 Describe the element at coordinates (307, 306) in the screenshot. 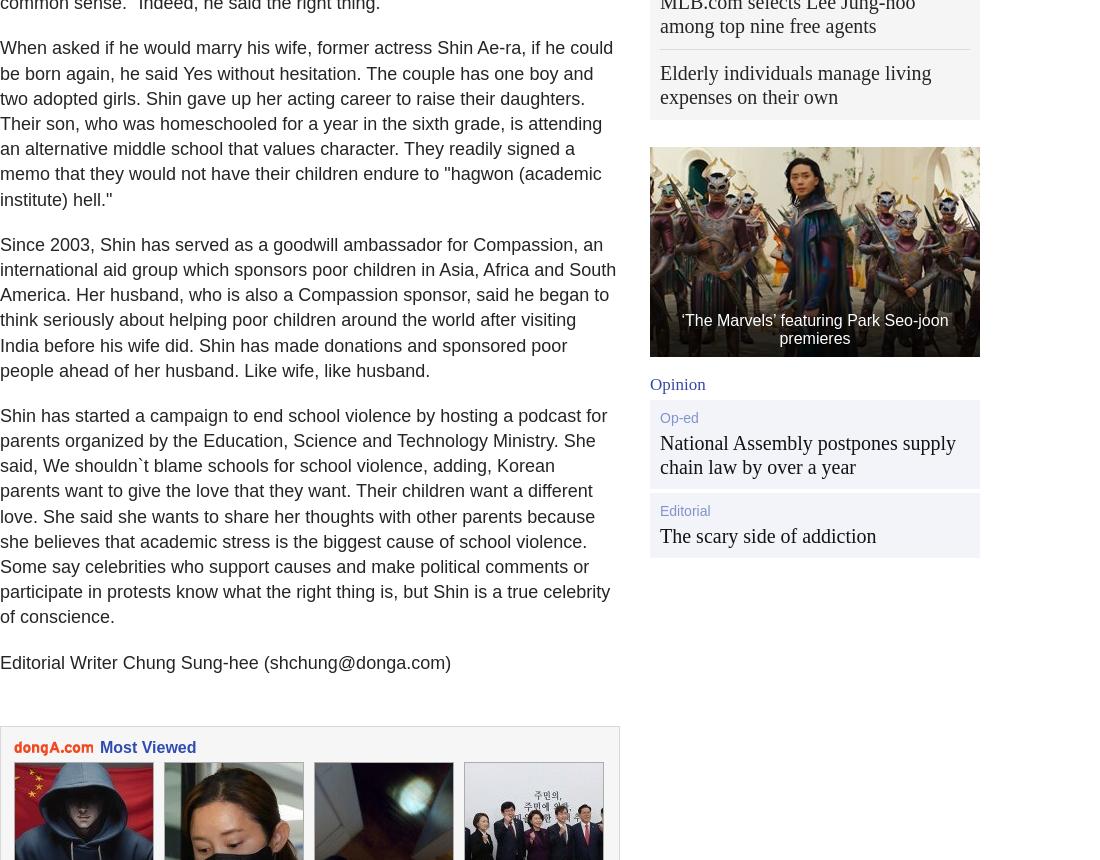

I see `'Since 2003, Shin has served as a goodwill ambassador for Compassion, an international aid group which sponsors poor children in Asia, Africa and South America. Her husband, who is also a Compassion sponsor, said he began to think seriously about helping poor children around the world after visiting India before his wife did. Shin has made donations and sponsored poor people ahead of her husband. Like wife, like husband.'` at that location.